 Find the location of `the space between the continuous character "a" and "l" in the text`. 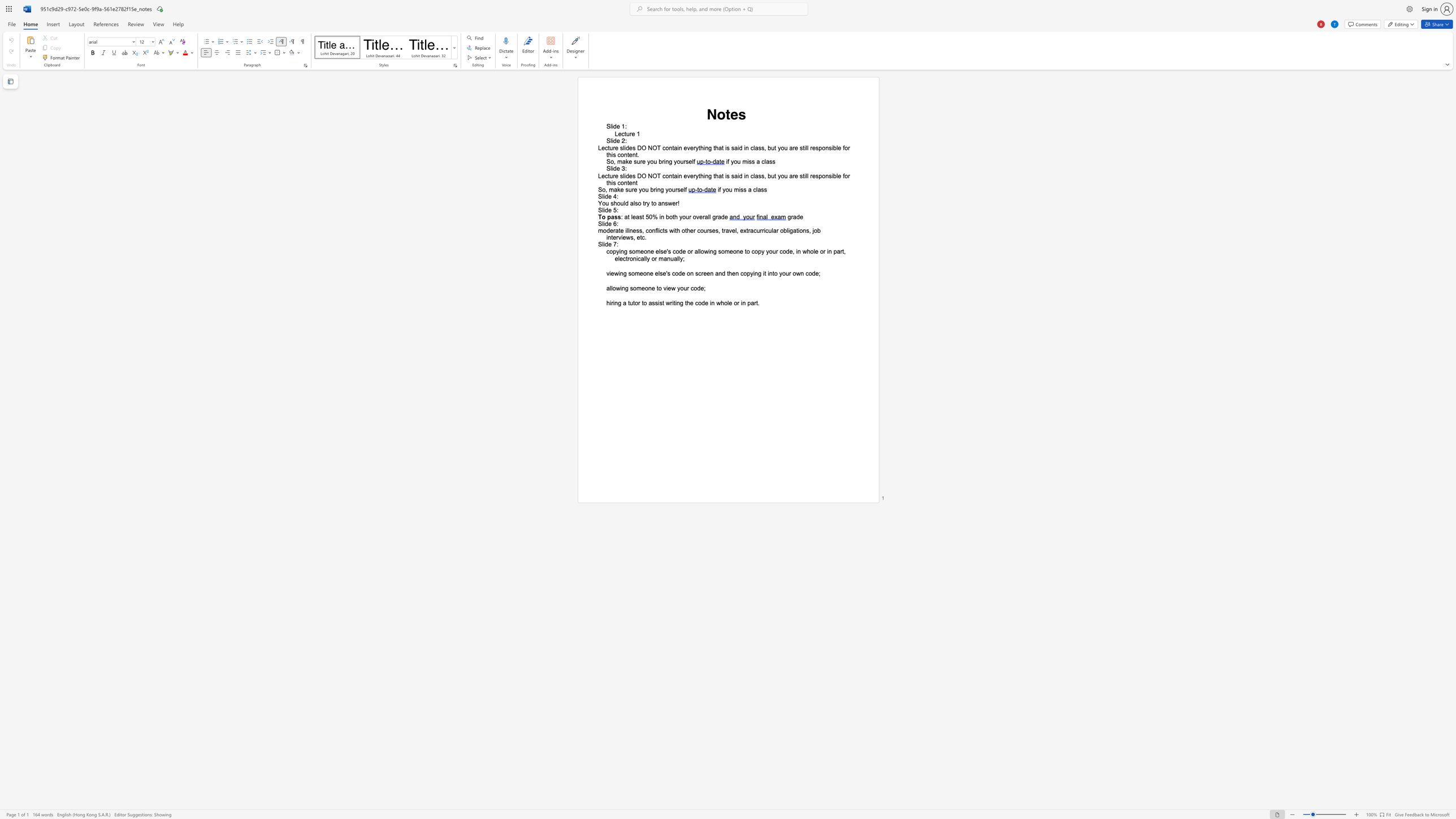

the space between the continuous character "a" and "l" in the text is located at coordinates (609, 288).